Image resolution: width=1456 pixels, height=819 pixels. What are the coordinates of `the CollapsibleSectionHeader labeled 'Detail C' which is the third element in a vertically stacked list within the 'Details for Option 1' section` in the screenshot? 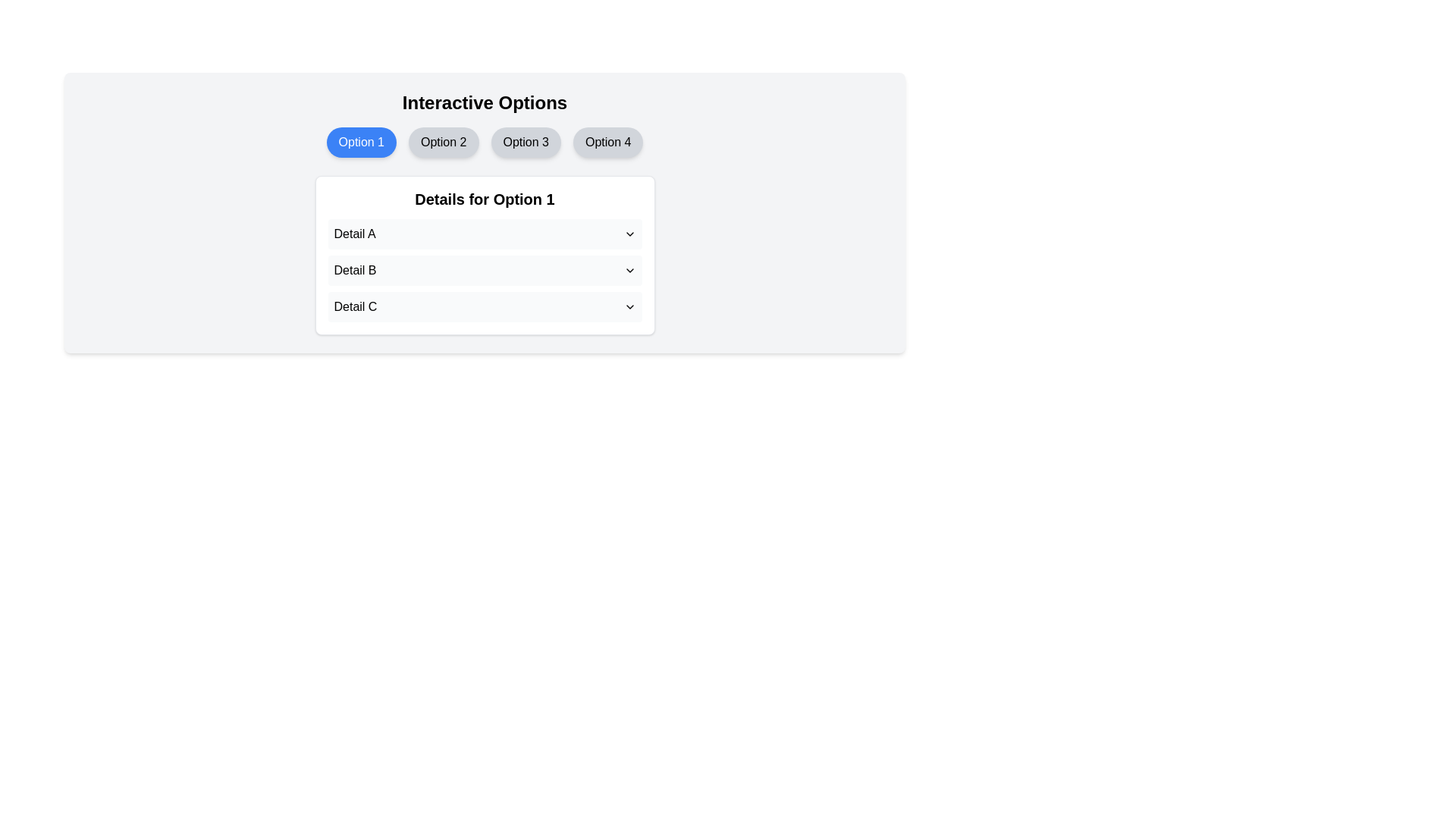 It's located at (484, 307).